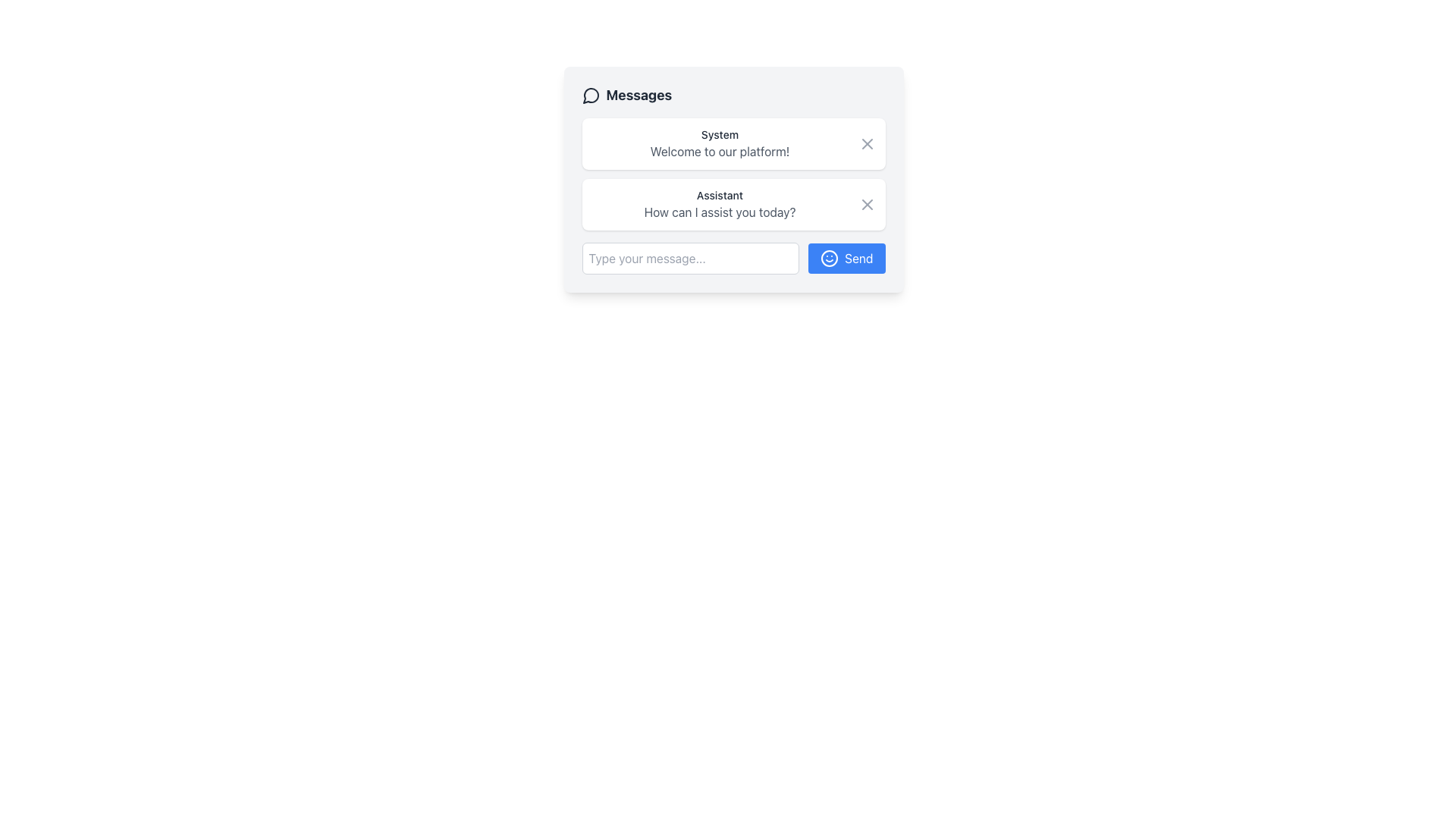  Describe the element at coordinates (867, 205) in the screenshot. I see `the close button located in the top-right corner of the 'Assistant' message box` at that location.